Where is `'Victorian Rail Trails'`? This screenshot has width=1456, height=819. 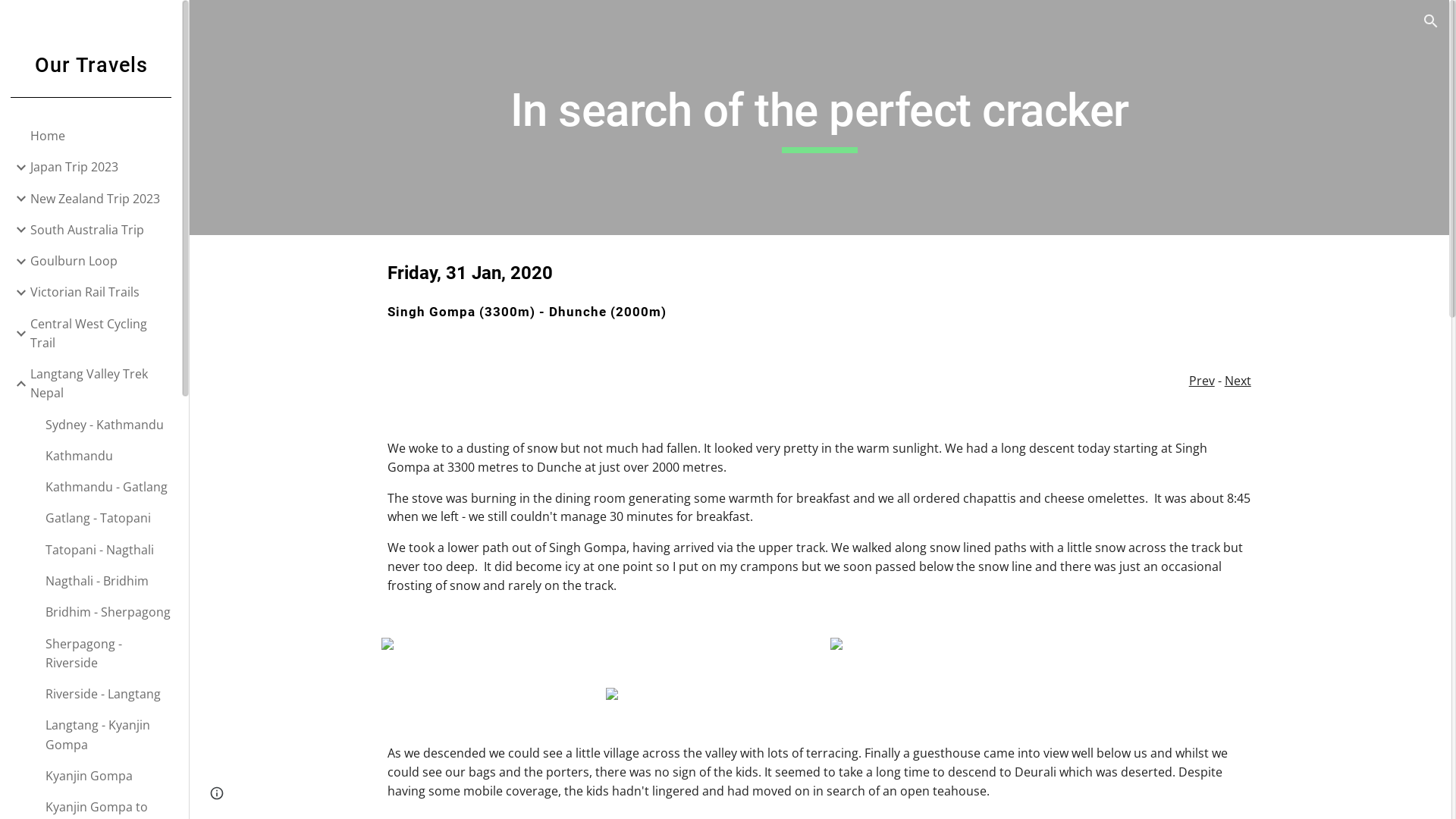
'Victorian Rail Trails' is located at coordinates (27, 292).